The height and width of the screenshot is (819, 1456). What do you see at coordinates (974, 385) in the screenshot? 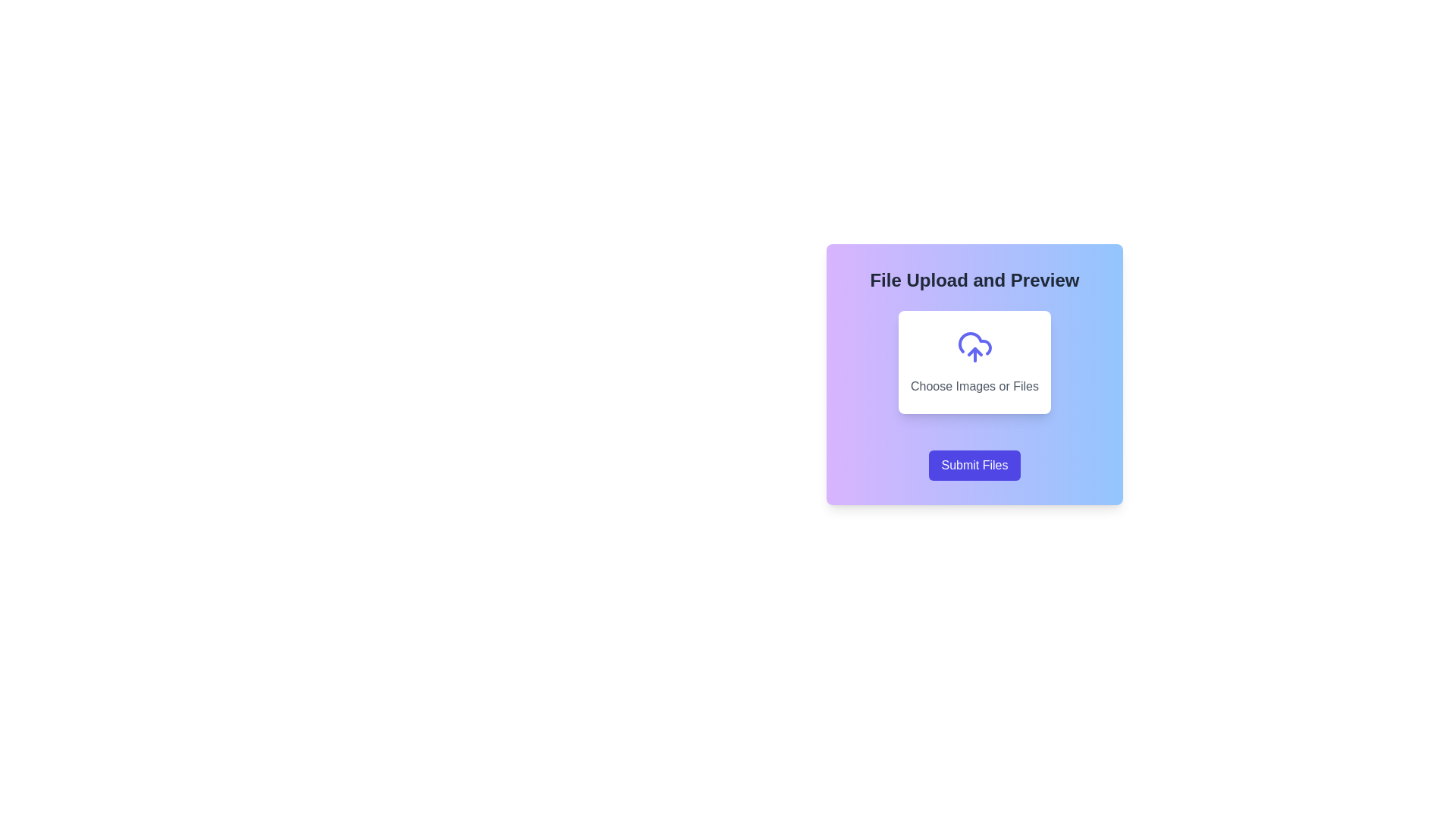
I see `text label that says 'Choose Images or Files' located at the bottom of the card component with a white background and rounded corners` at bounding box center [974, 385].